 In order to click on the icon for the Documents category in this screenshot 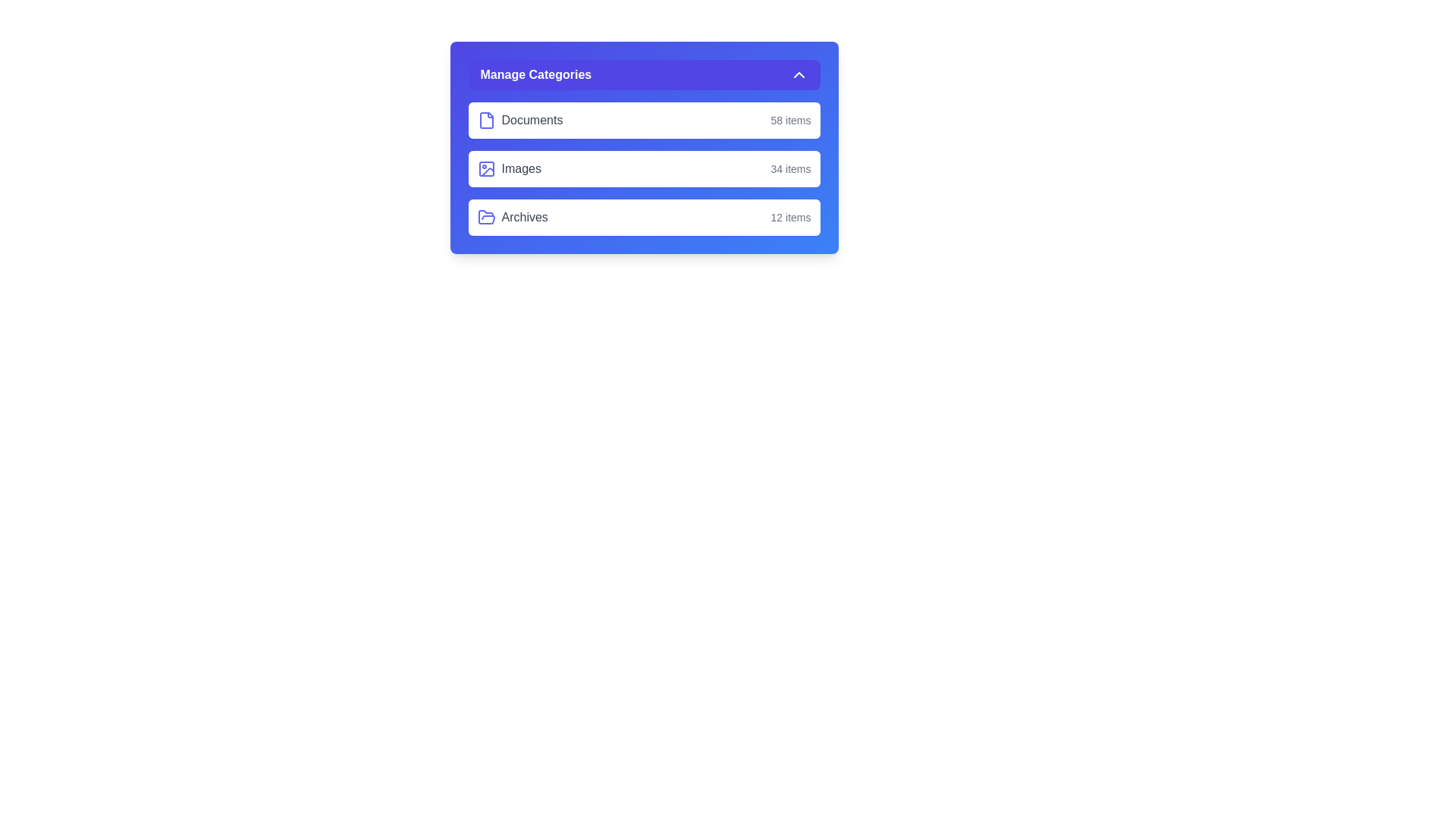, I will do `click(486, 119)`.